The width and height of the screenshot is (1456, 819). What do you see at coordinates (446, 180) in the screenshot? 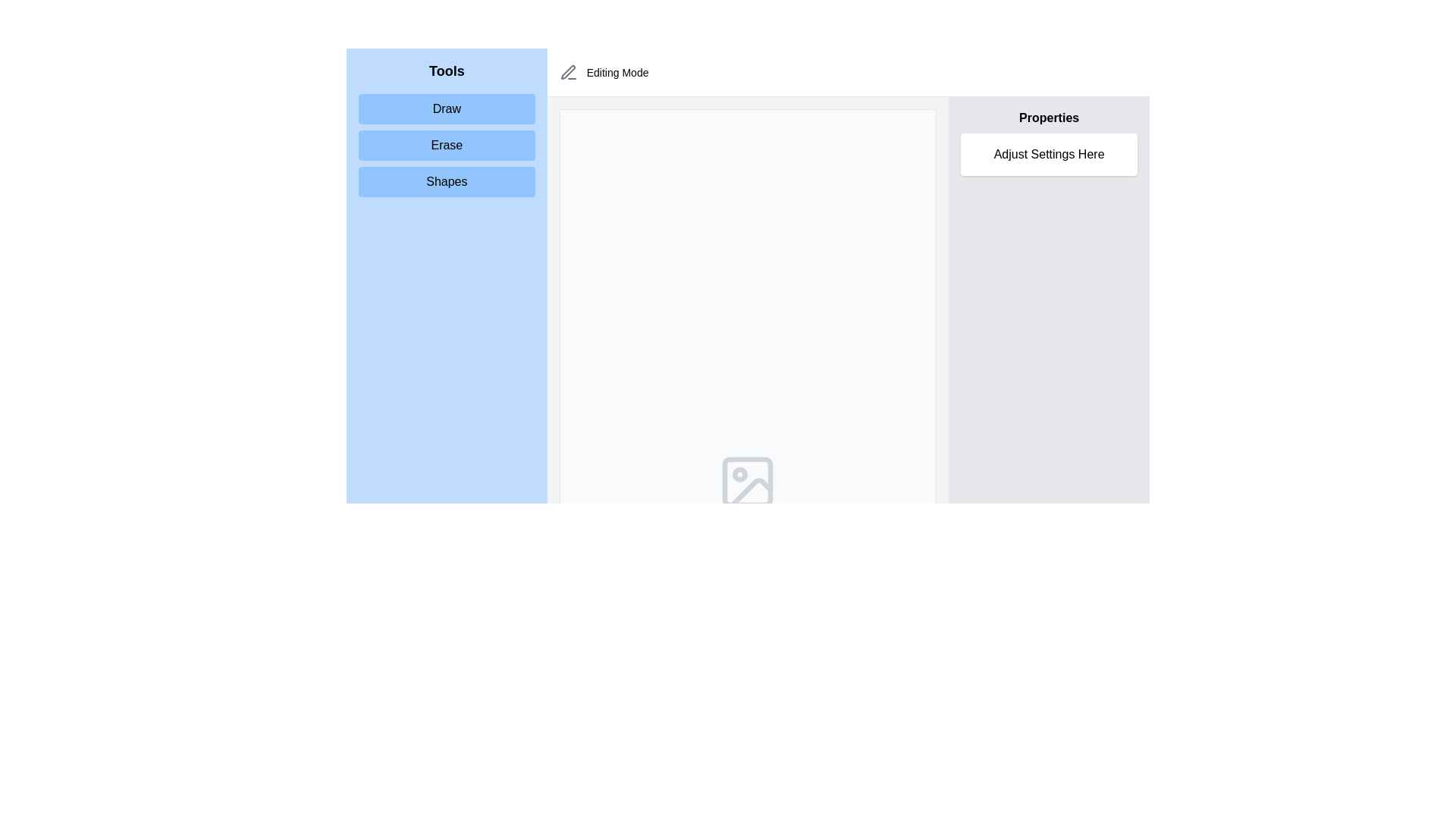
I see `the 'Shapes' button located in the left panel under the heading 'Tools'` at bounding box center [446, 180].